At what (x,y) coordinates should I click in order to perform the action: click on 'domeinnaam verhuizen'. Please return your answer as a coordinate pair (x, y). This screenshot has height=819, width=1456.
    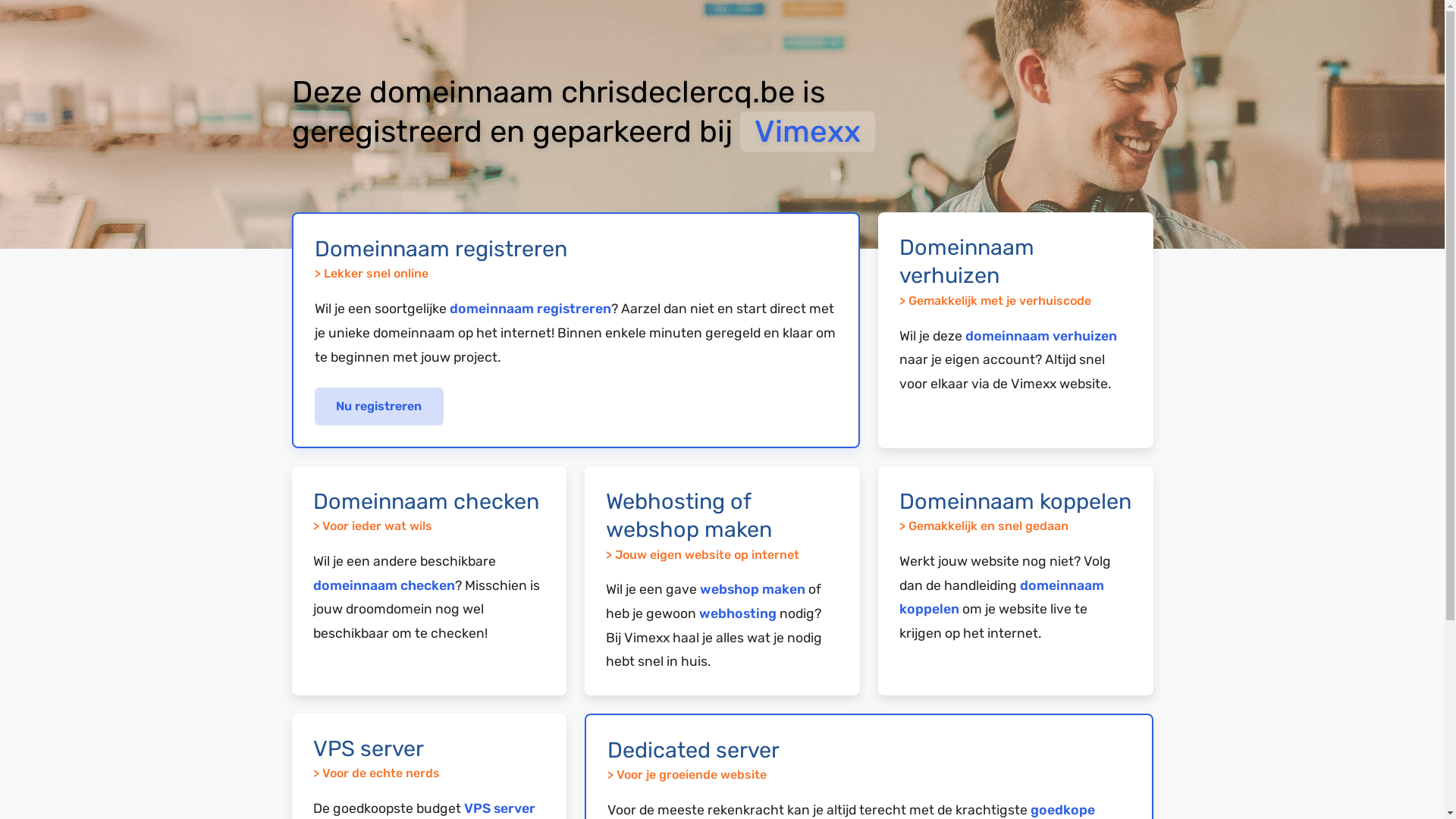
    Looking at the image, I should click on (1040, 335).